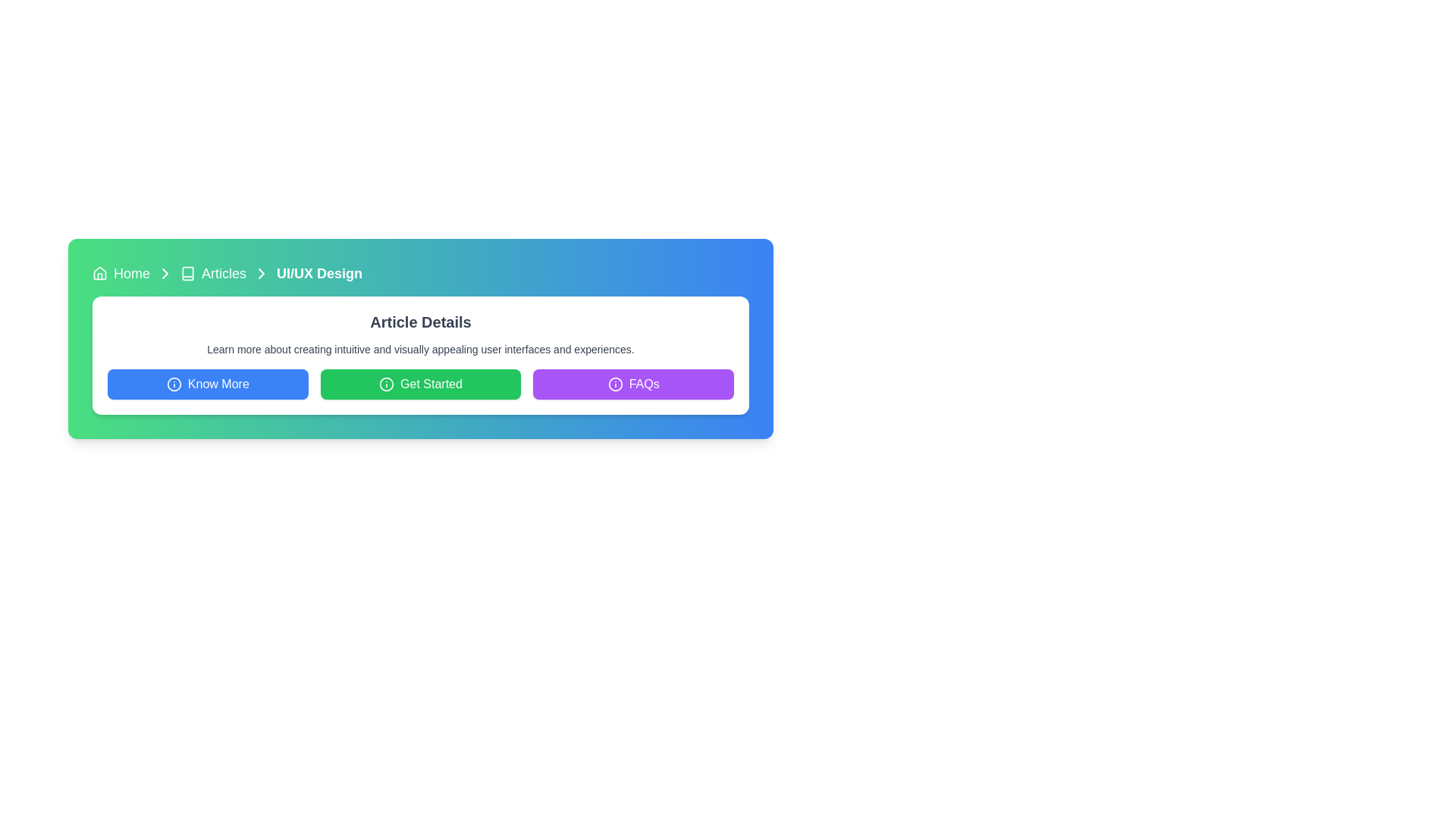 This screenshot has height=819, width=1456. Describe the element at coordinates (165, 274) in the screenshot. I see `the breadcrumb separator icon located between the 'Home' and 'Articles' links in the navigation bar to indicate hierarchy` at that location.